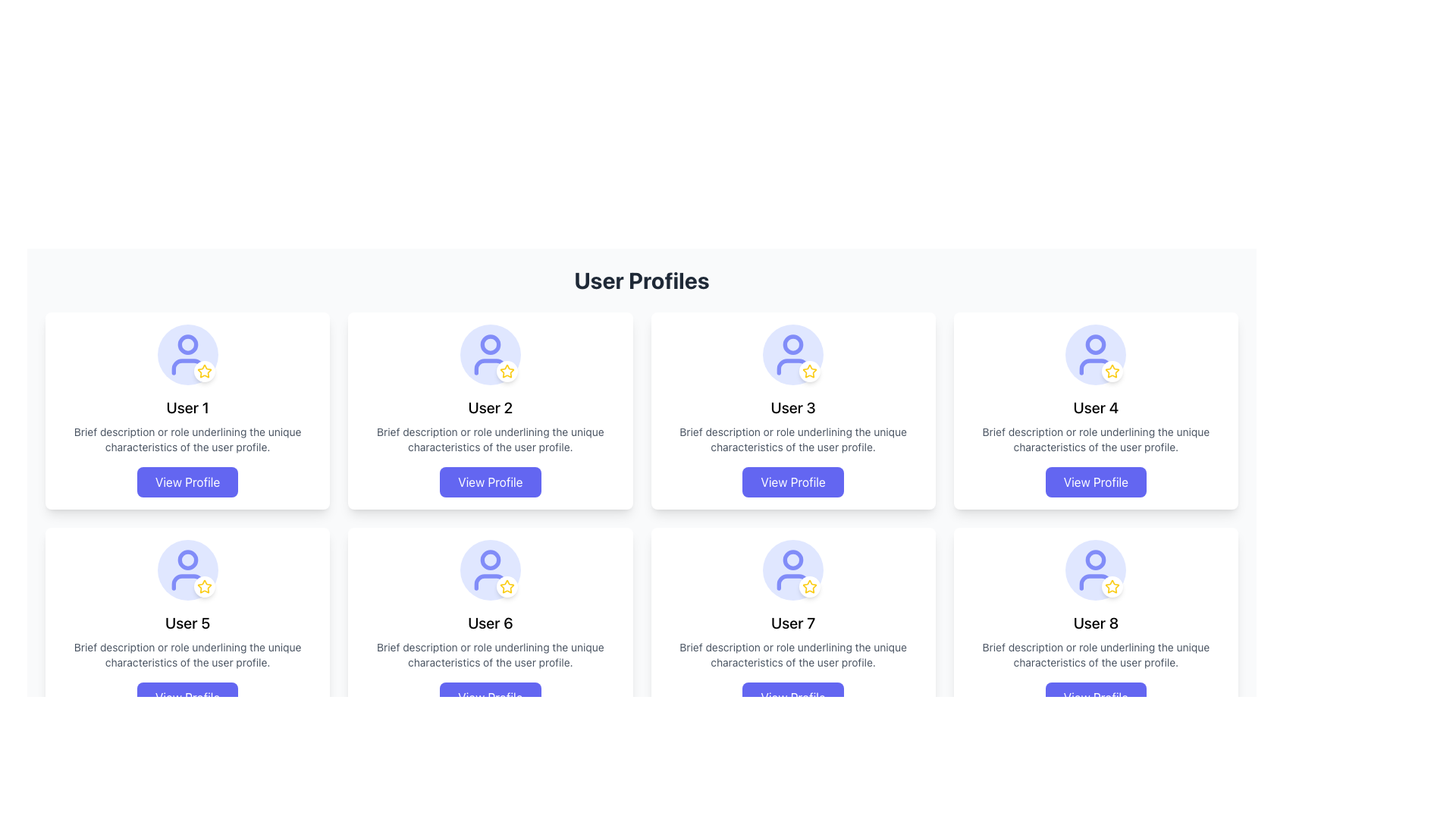 Image resolution: width=1456 pixels, height=819 pixels. What do you see at coordinates (203, 585) in the screenshot?
I see `the yellow star-shaped icon located at the bottom right of User 5's profile card in the grid layout` at bounding box center [203, 585].